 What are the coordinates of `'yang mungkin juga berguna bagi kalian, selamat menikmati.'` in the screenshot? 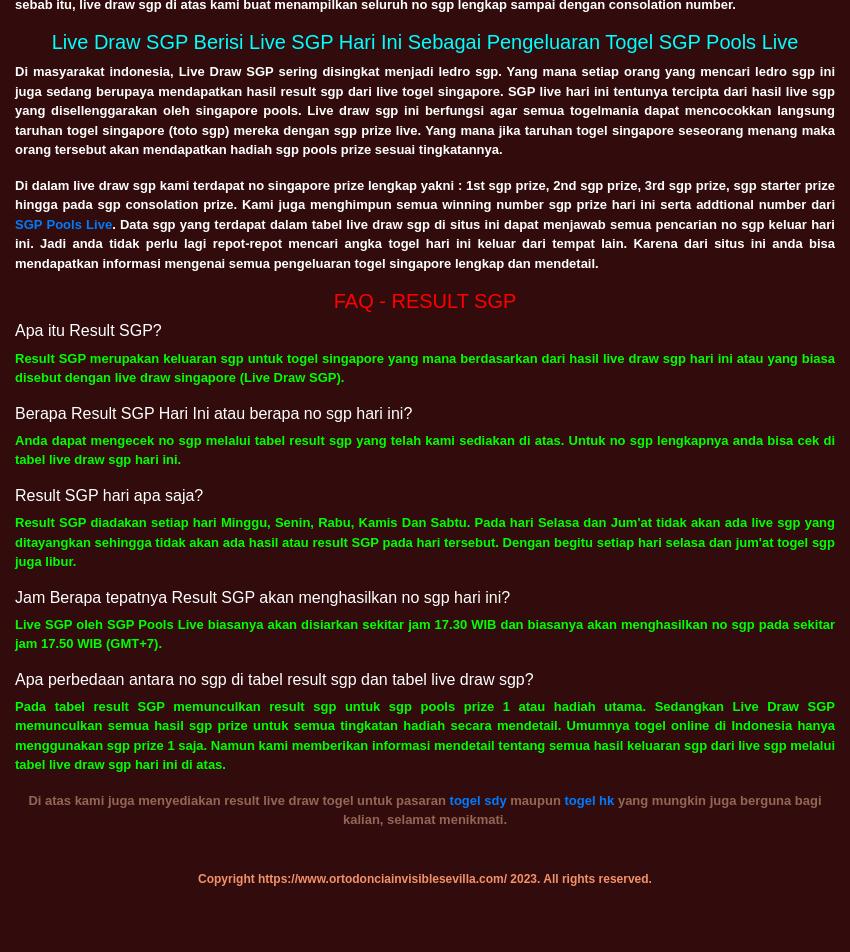 It's located at (581, 809).